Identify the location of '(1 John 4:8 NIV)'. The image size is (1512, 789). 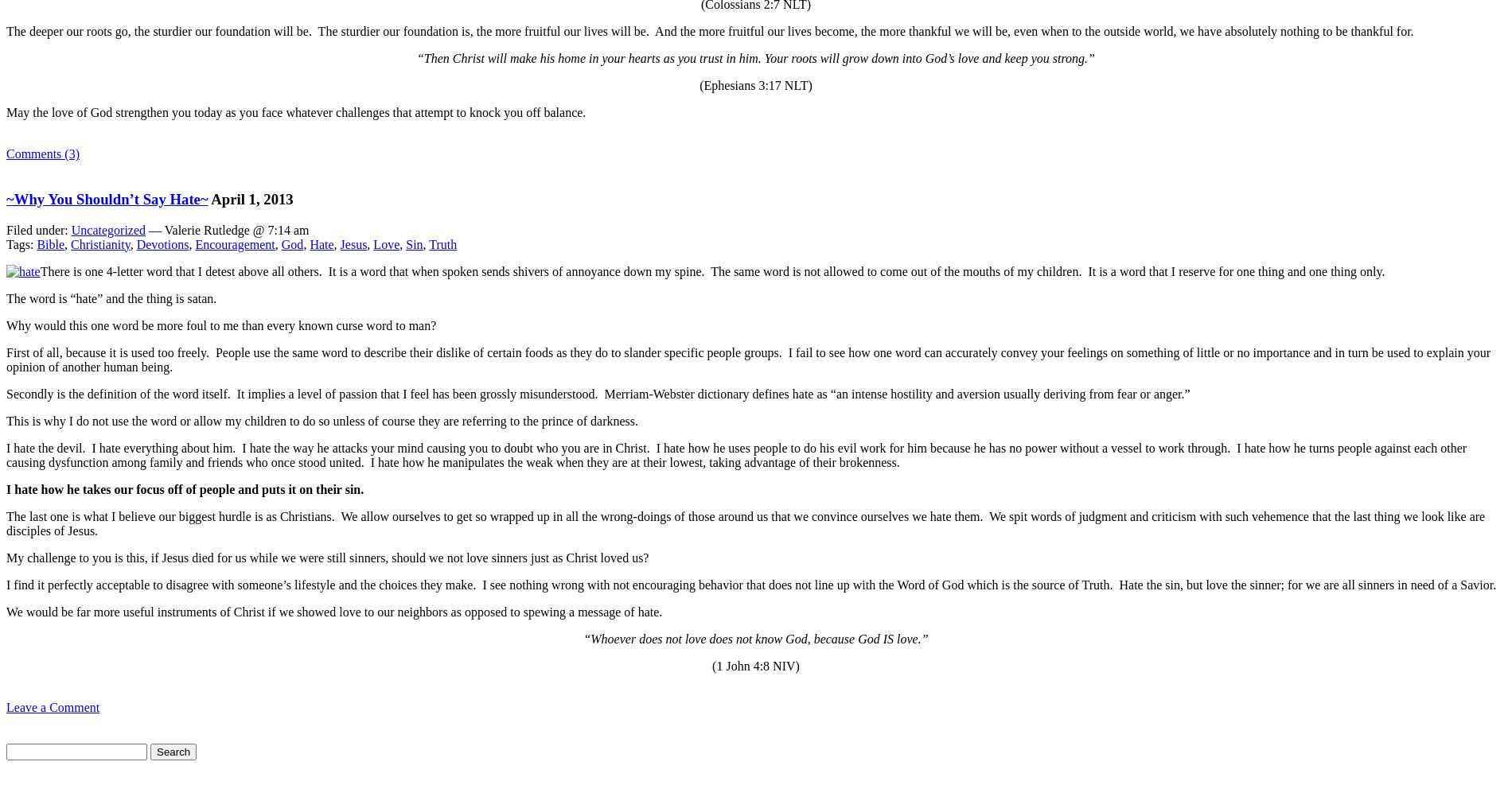
(754, 664).